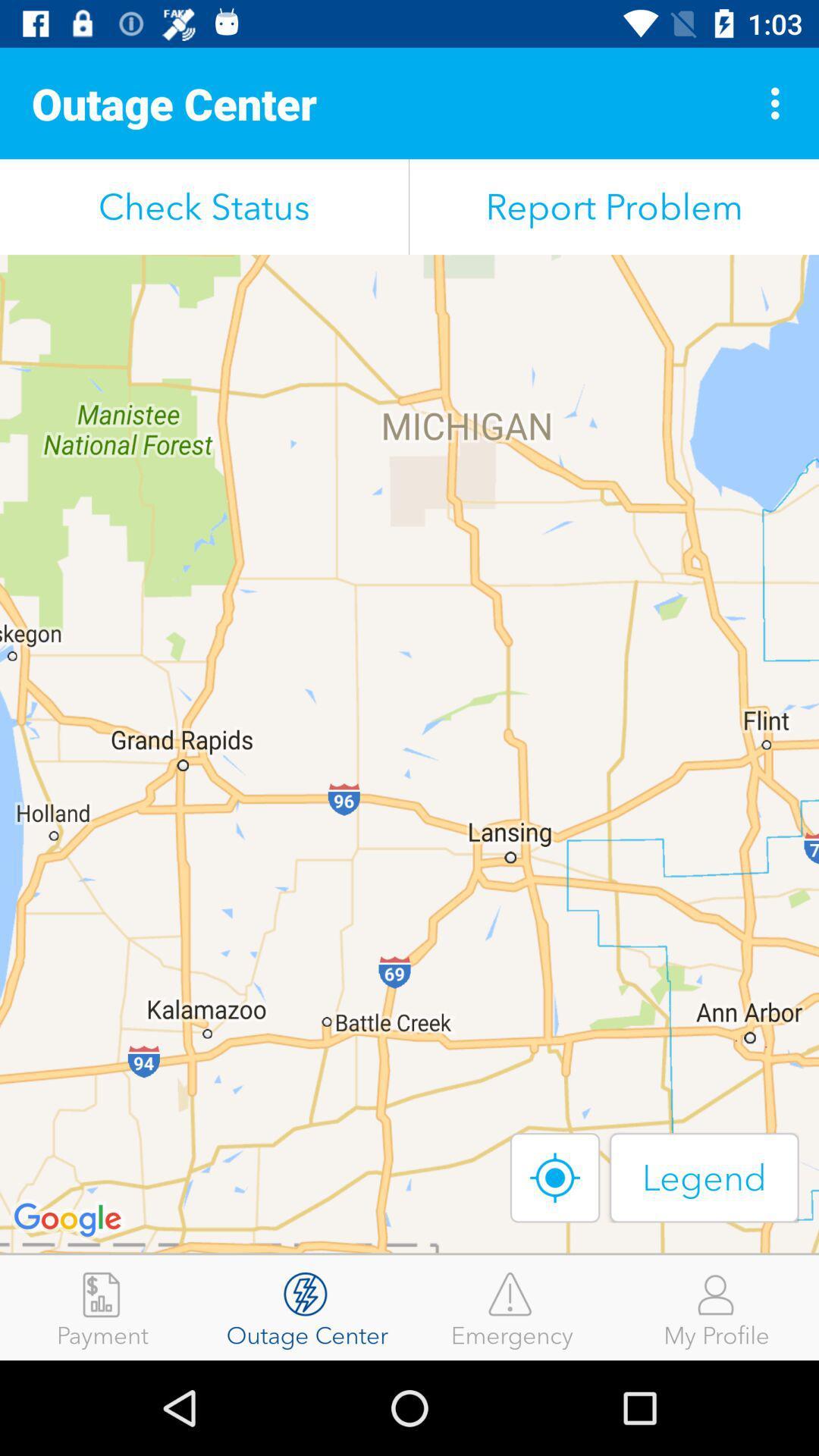 This screenshot has height=1456, width=819. I want to click on the check status, so click(203, 206).